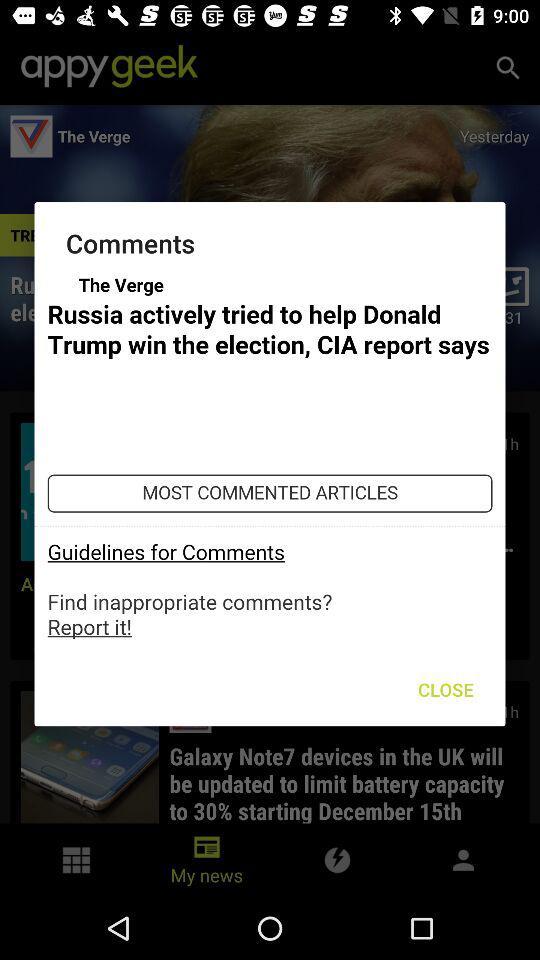 This screenshot has width=540, height=960. I want to click on open article, so click(270, 456).